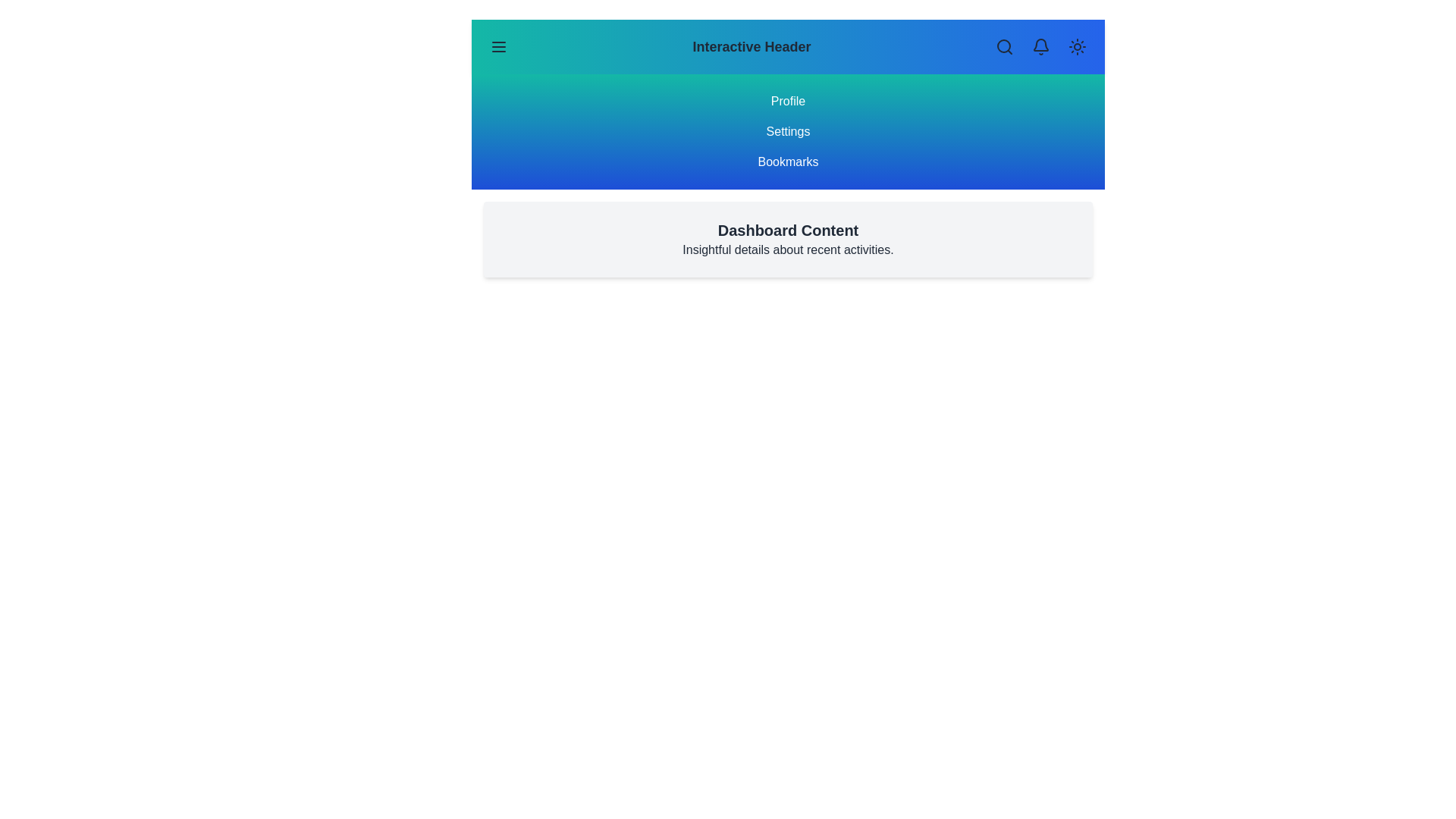 Image resolution: width=1456 pixels, height=819 pixels. Describe the element at coordinates (788, 162) in the screenshot. I see `the menu item Bookmarks` at that location.